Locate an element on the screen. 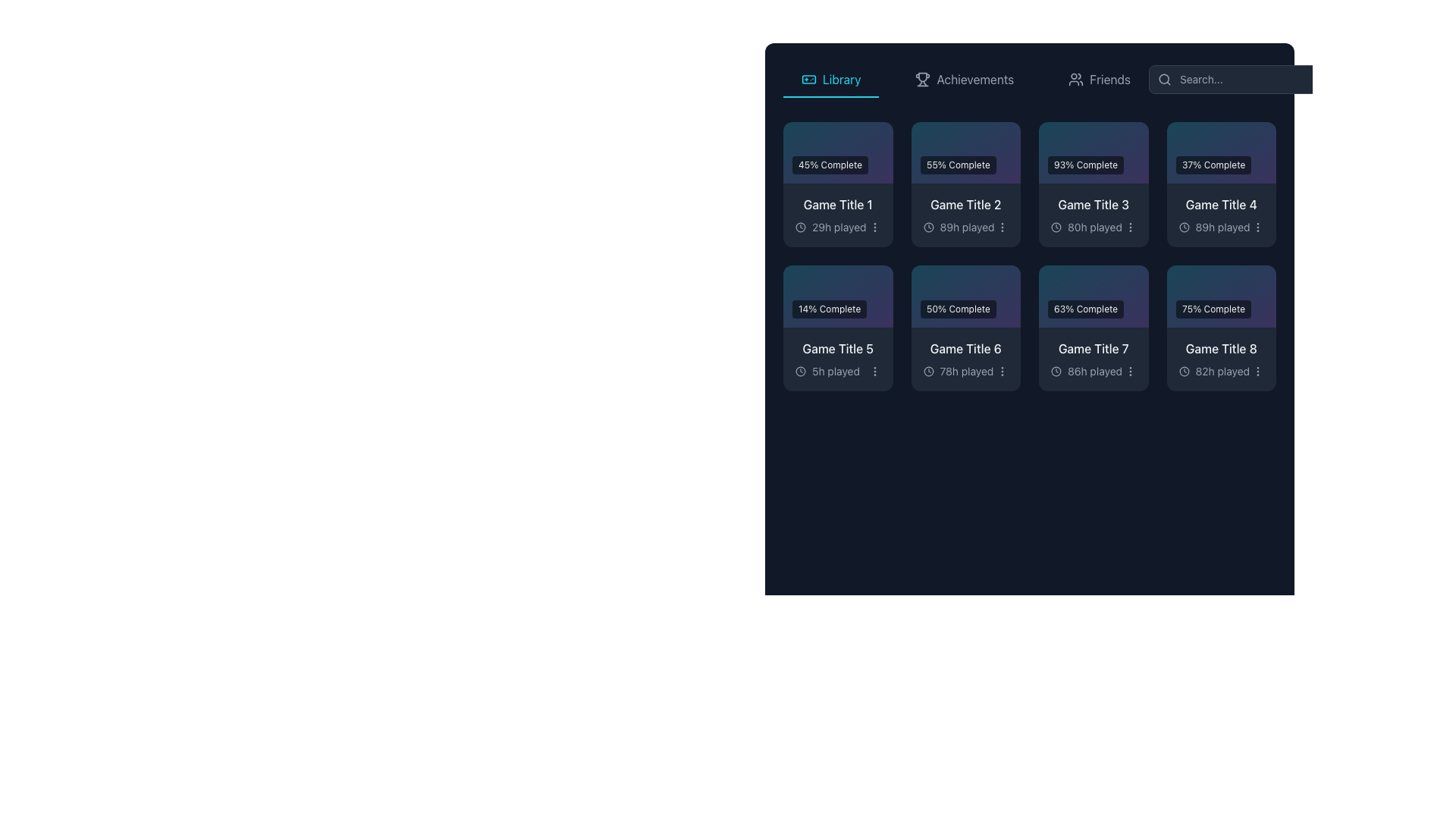 The image size is (1456, 819). the 'Friends' navigation button located at the rightmost position among three tabs in the top bar is located at coordinates (1100, 79).